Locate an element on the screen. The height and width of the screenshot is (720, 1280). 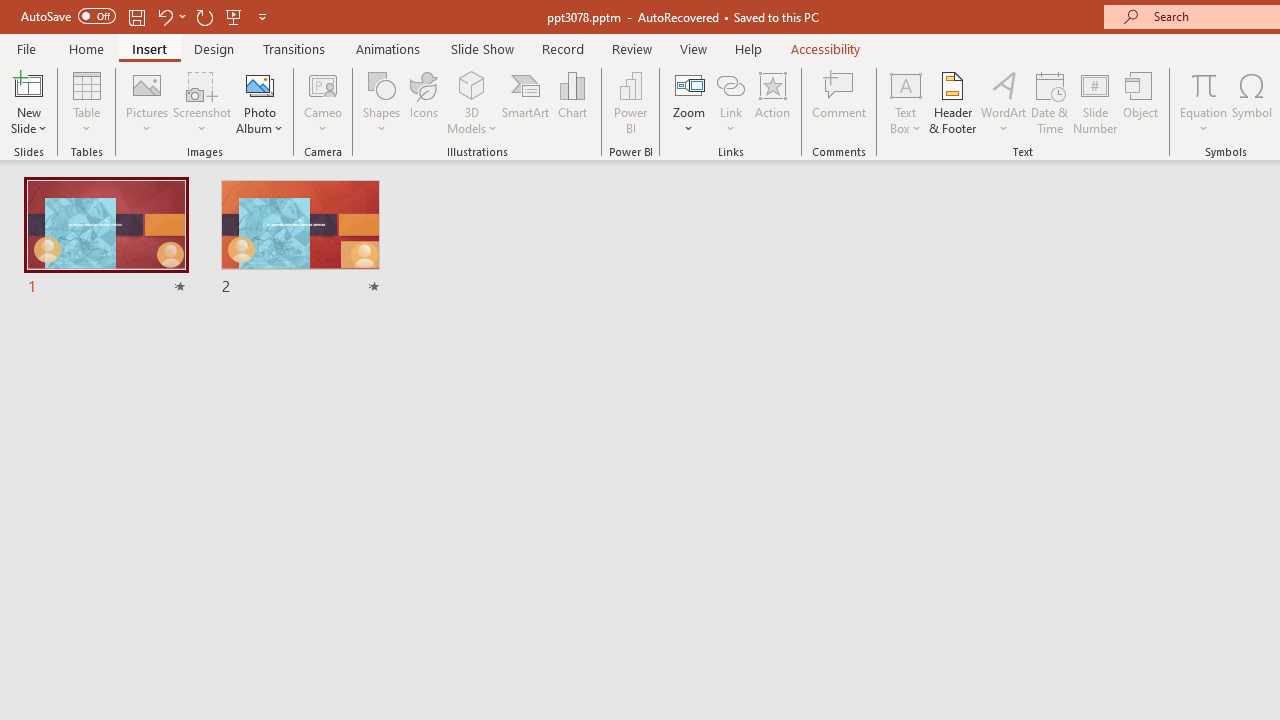
'Link' is located at coordinates (730, 103).